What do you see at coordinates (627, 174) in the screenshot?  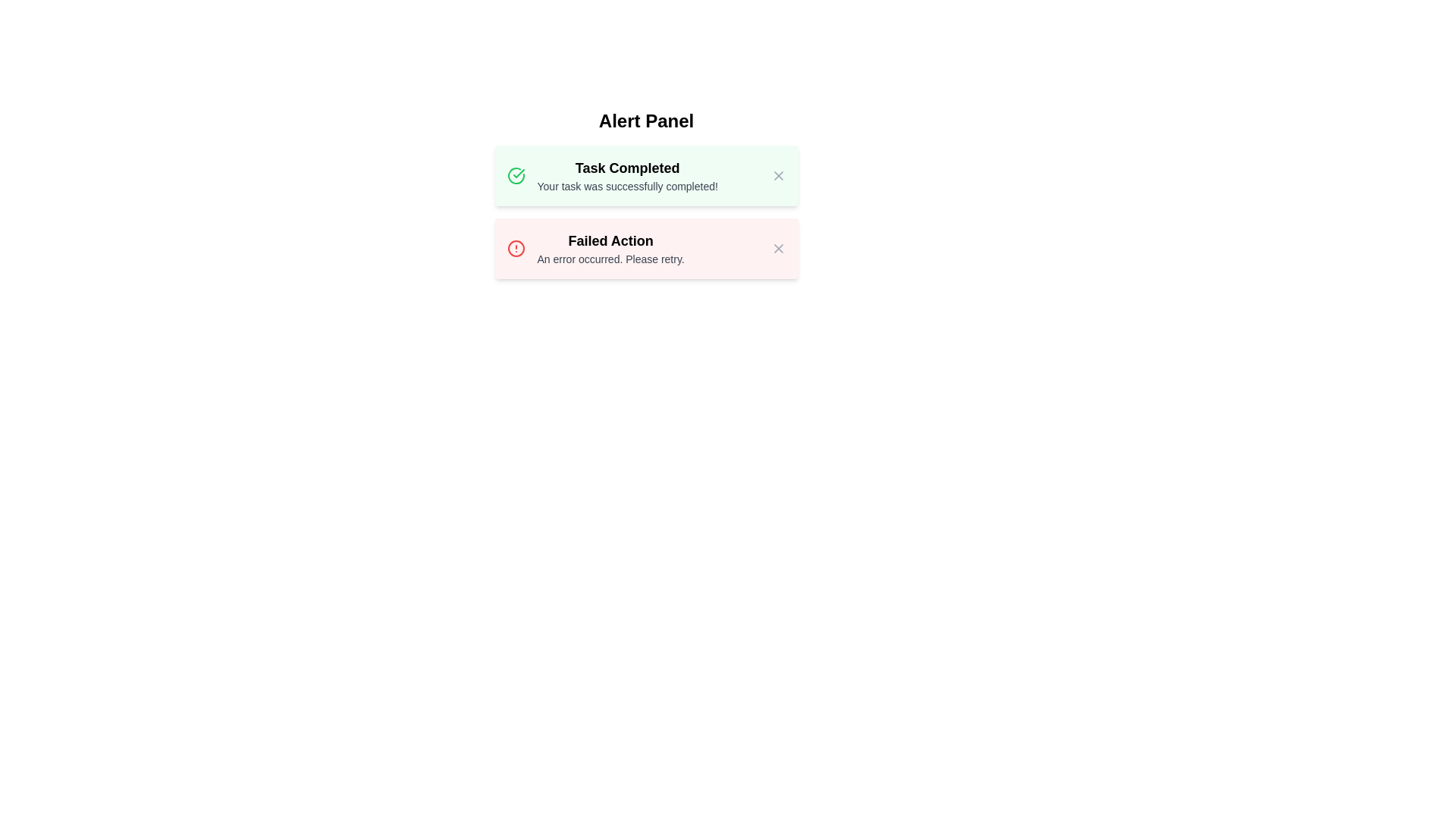 I see `the Text Display element that shows 'Task Completed' and 'Your task was successfully completed!' within the green notification box in the alert panel` at bounding box center [627, 174].